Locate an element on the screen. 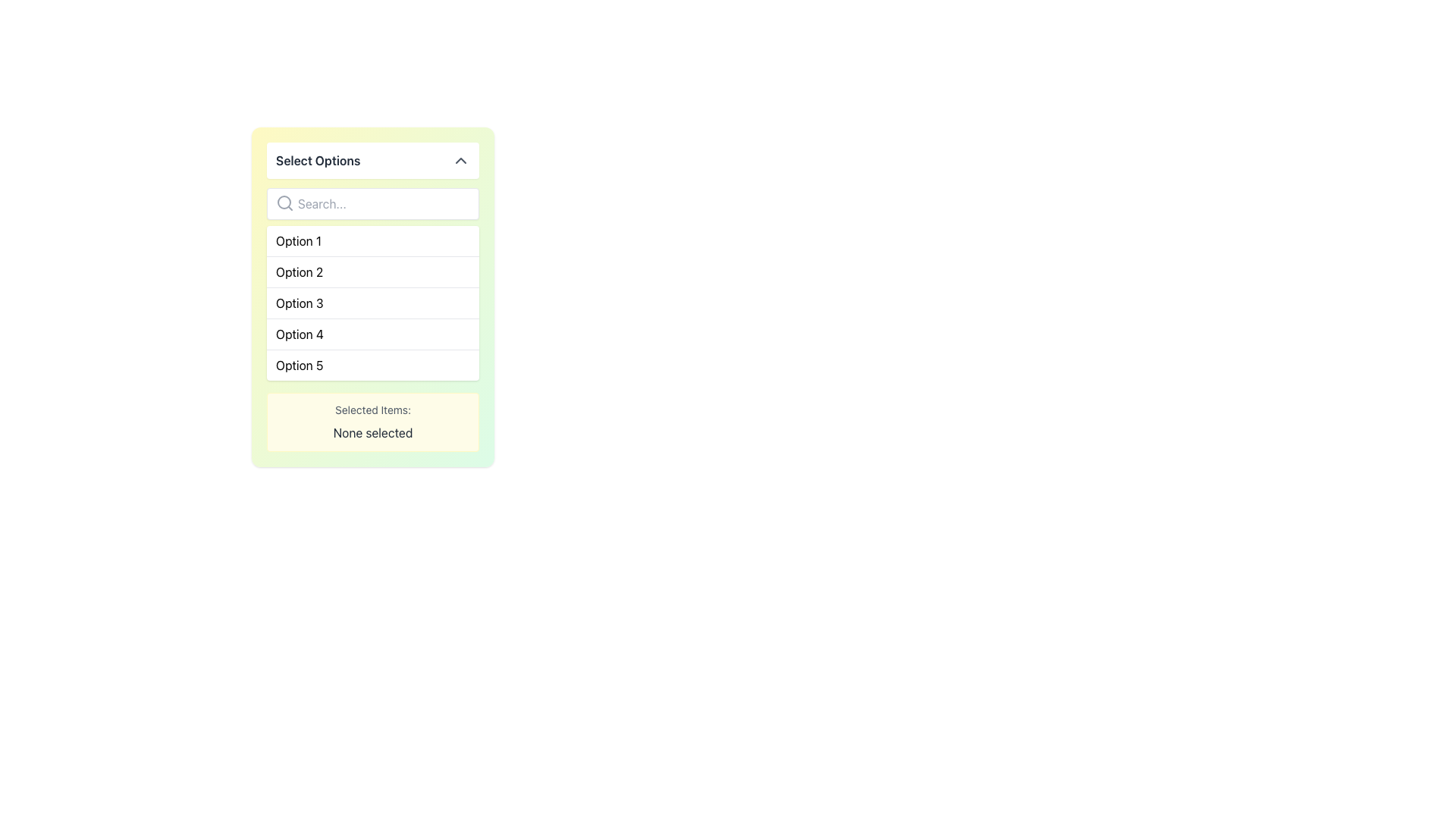 The width and height of the screenshot is (1456, 819). the 'Option 3' text label in the dropdown menu is located at coordinates (300, 303).